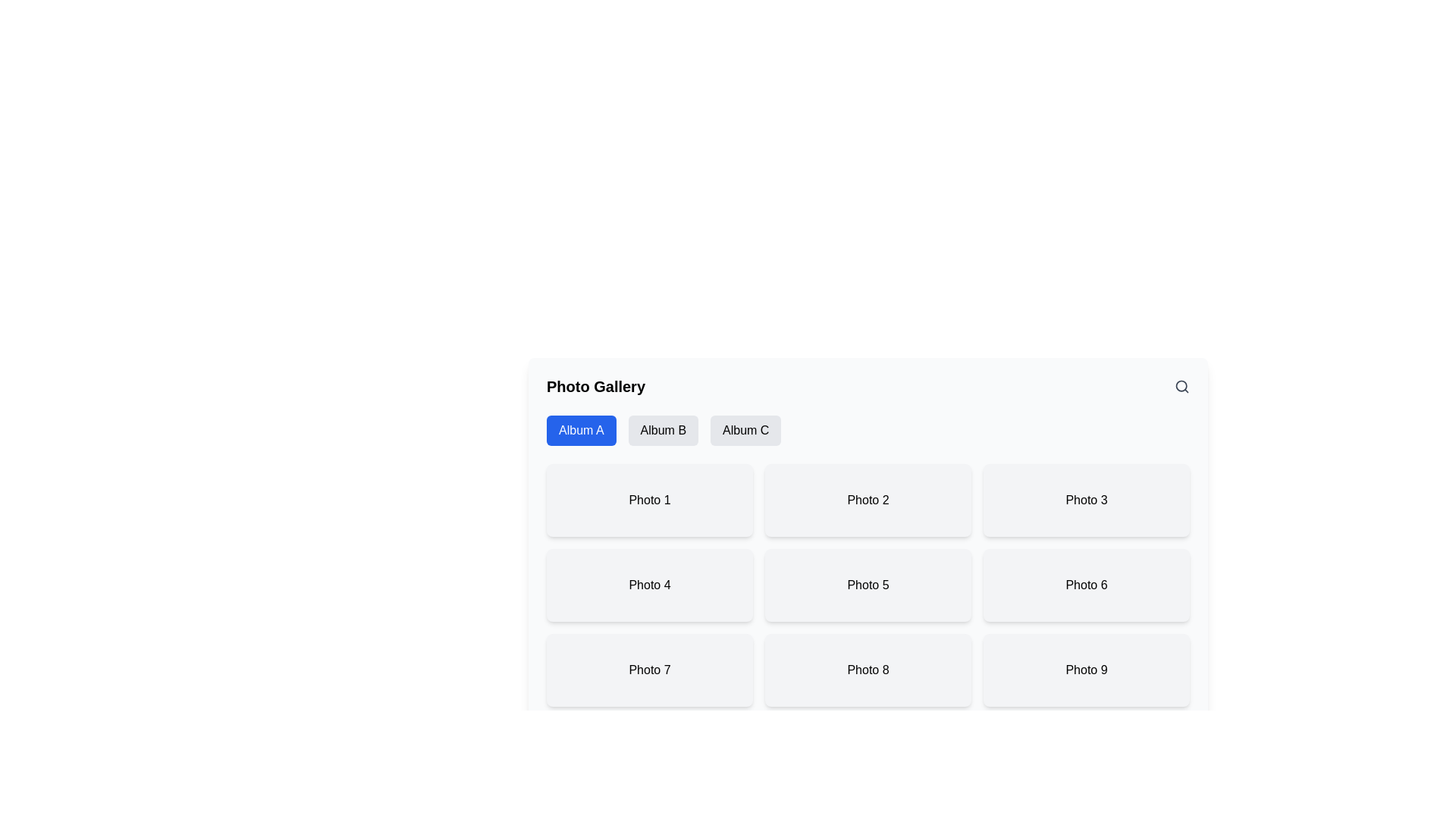 This screenshot has width=1456, height=819. I want to click on the 'Album C' button, which is a rectangular button with rounded corners, located under the 'Photo Gallery' heading and to the right of the 'Album A' button, so click(745, 430).